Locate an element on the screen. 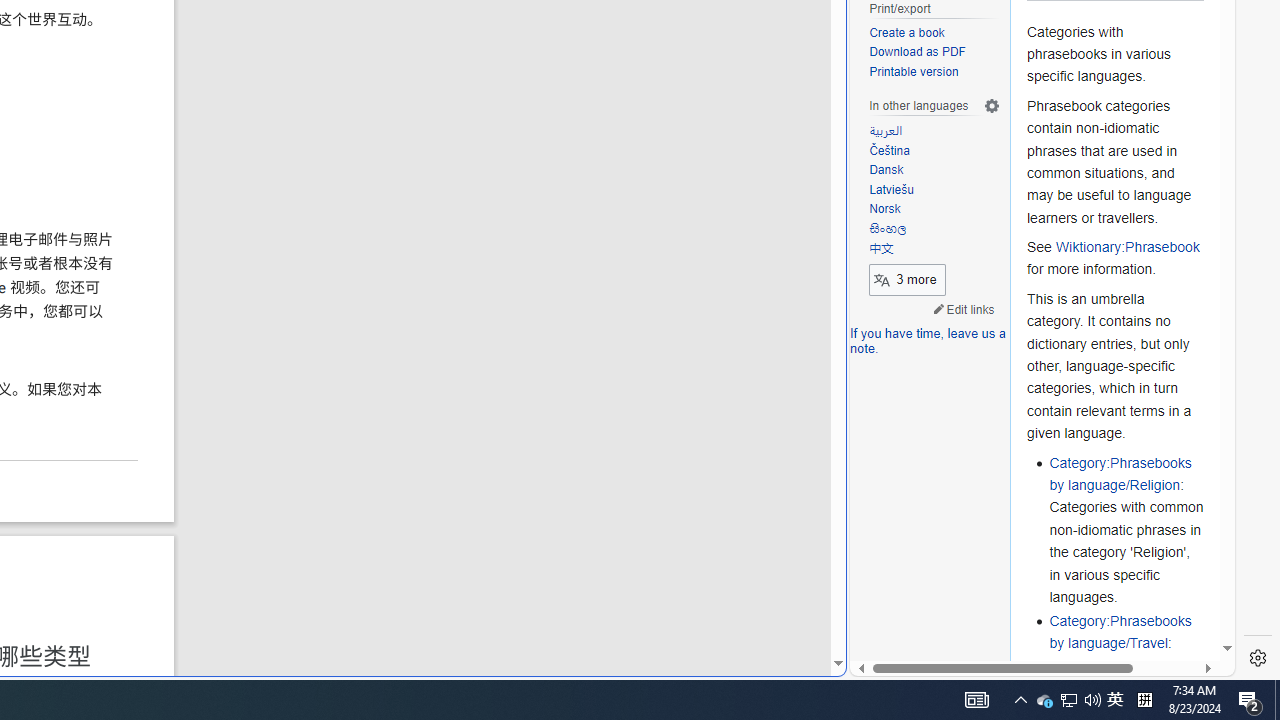  '3 more' is located at coordinates (906, 279).